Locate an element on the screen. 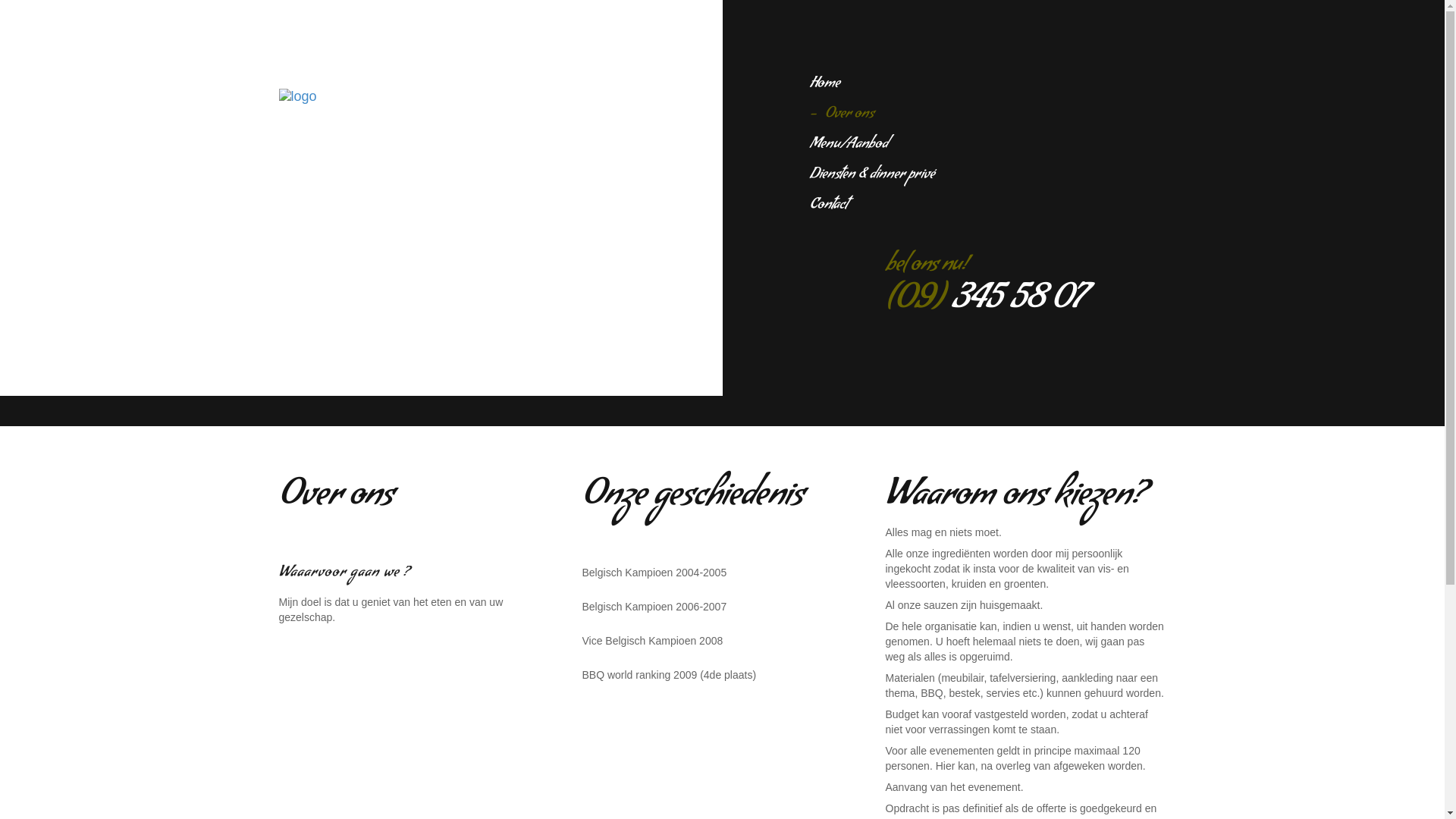  '(09) 345 58 07' is located at coordinates (984, 303).